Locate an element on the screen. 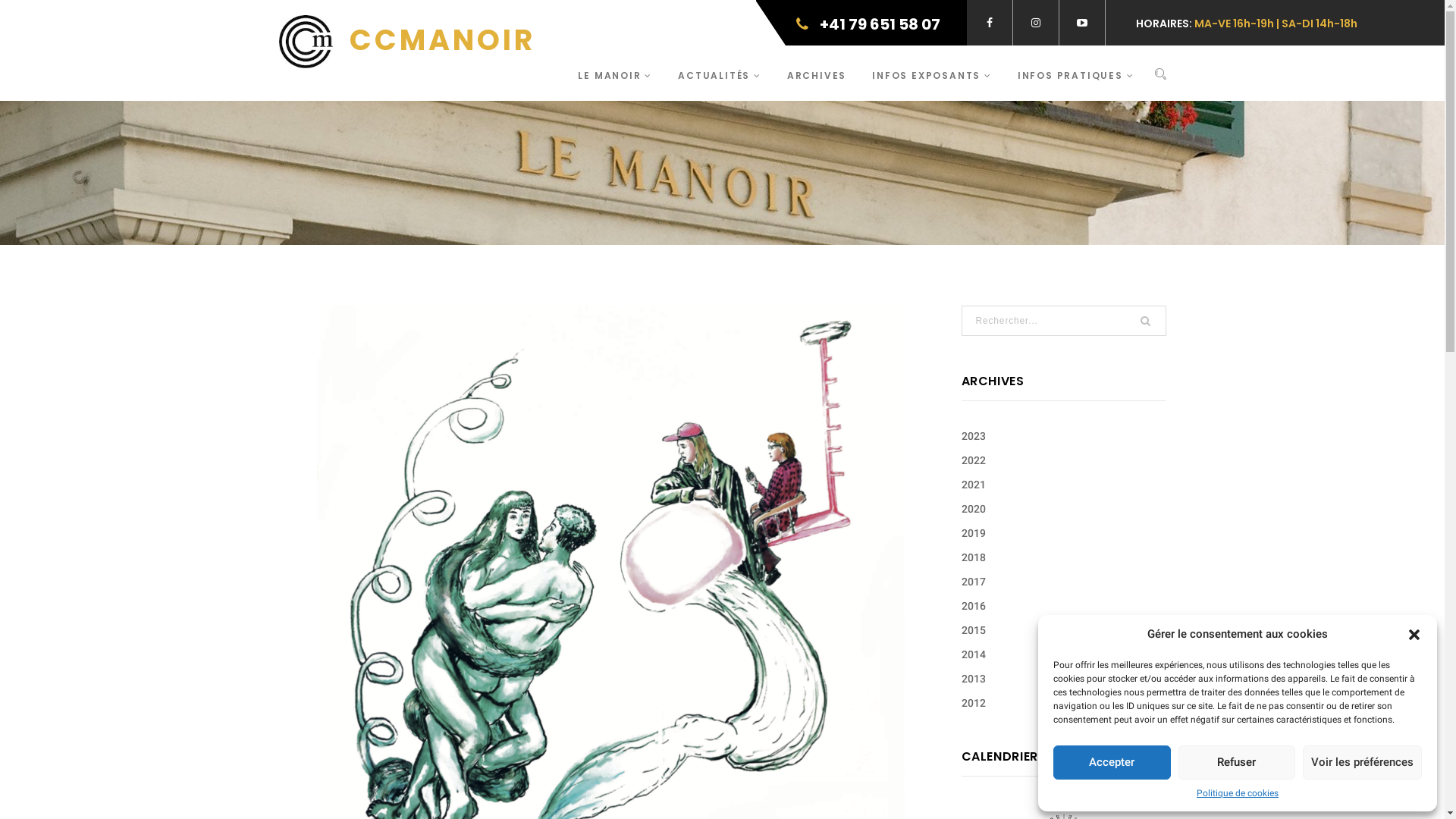  'Politique de cookies' is located at coordinates (1238, 792).